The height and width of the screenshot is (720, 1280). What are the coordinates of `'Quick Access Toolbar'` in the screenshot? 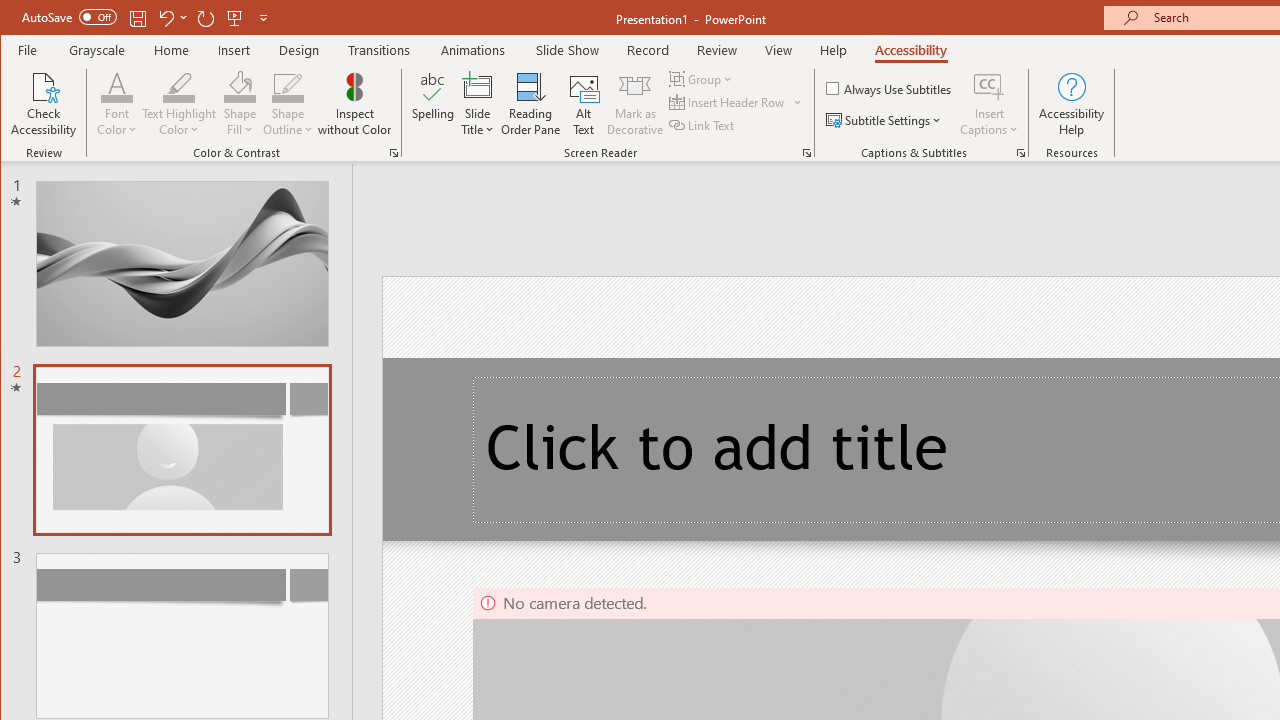 It's located at (145, 18).